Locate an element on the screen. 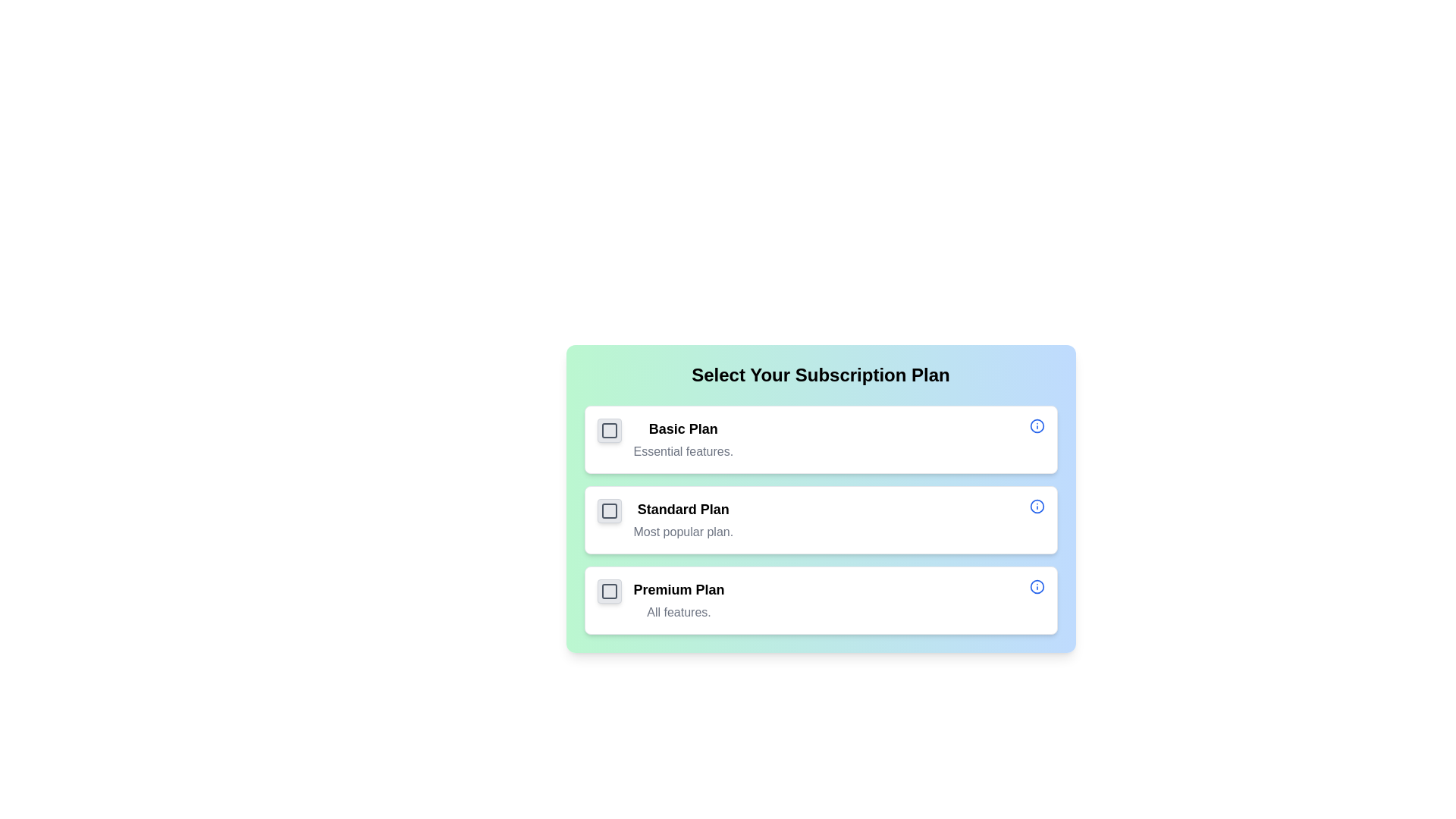  the circular interactive icon button with a blue outline containing an exclamation mark, located at the far right end of the 'Standard Plan' card is located at coordinates (1036, 506).